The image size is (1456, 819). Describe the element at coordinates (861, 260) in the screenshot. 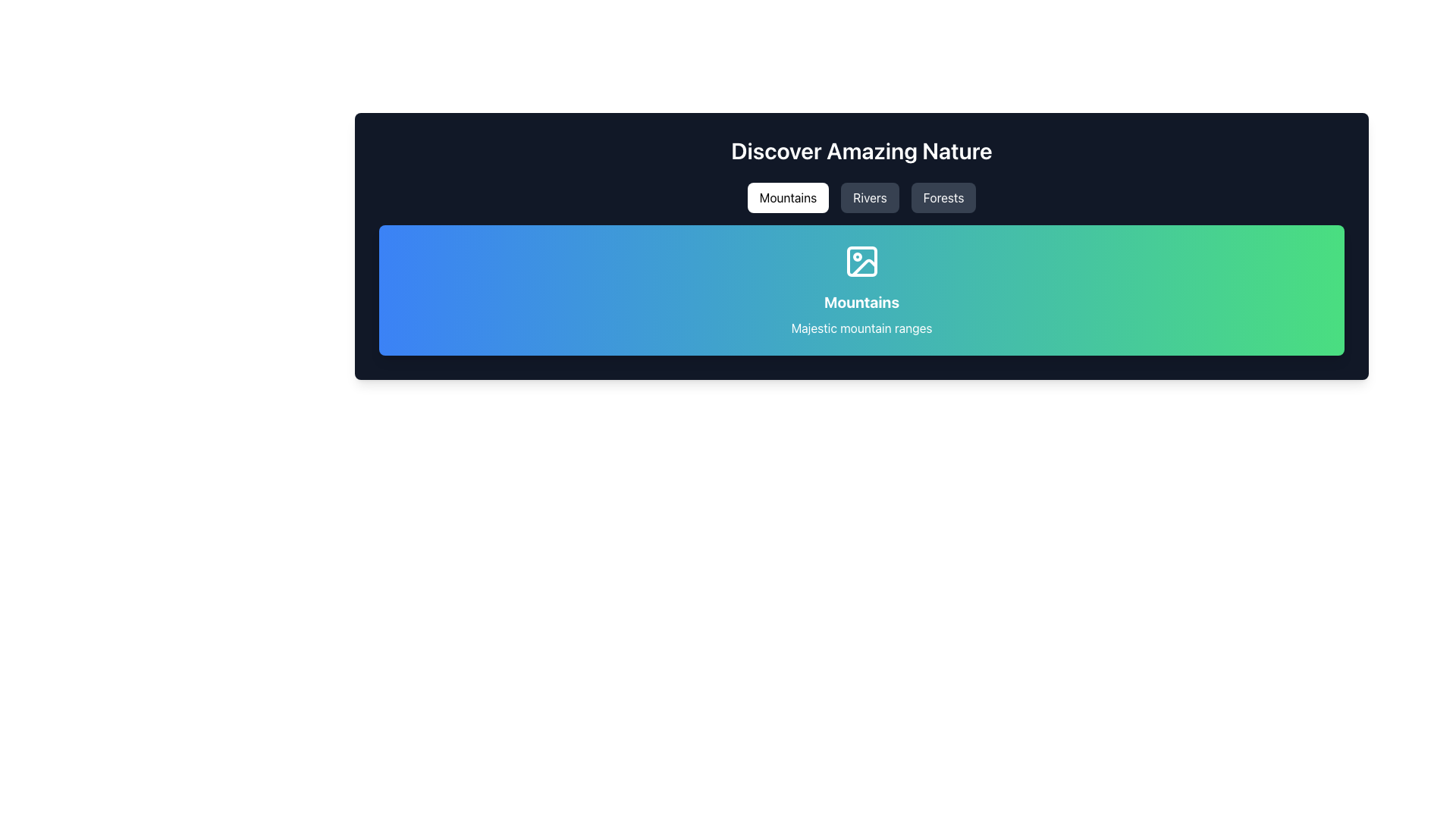

I see `the decorative mountain icon located in the blue-to-green gradient background section labeled 'Mountains' with the subtitle 'Majestic mountain ranges' below it` at that location.